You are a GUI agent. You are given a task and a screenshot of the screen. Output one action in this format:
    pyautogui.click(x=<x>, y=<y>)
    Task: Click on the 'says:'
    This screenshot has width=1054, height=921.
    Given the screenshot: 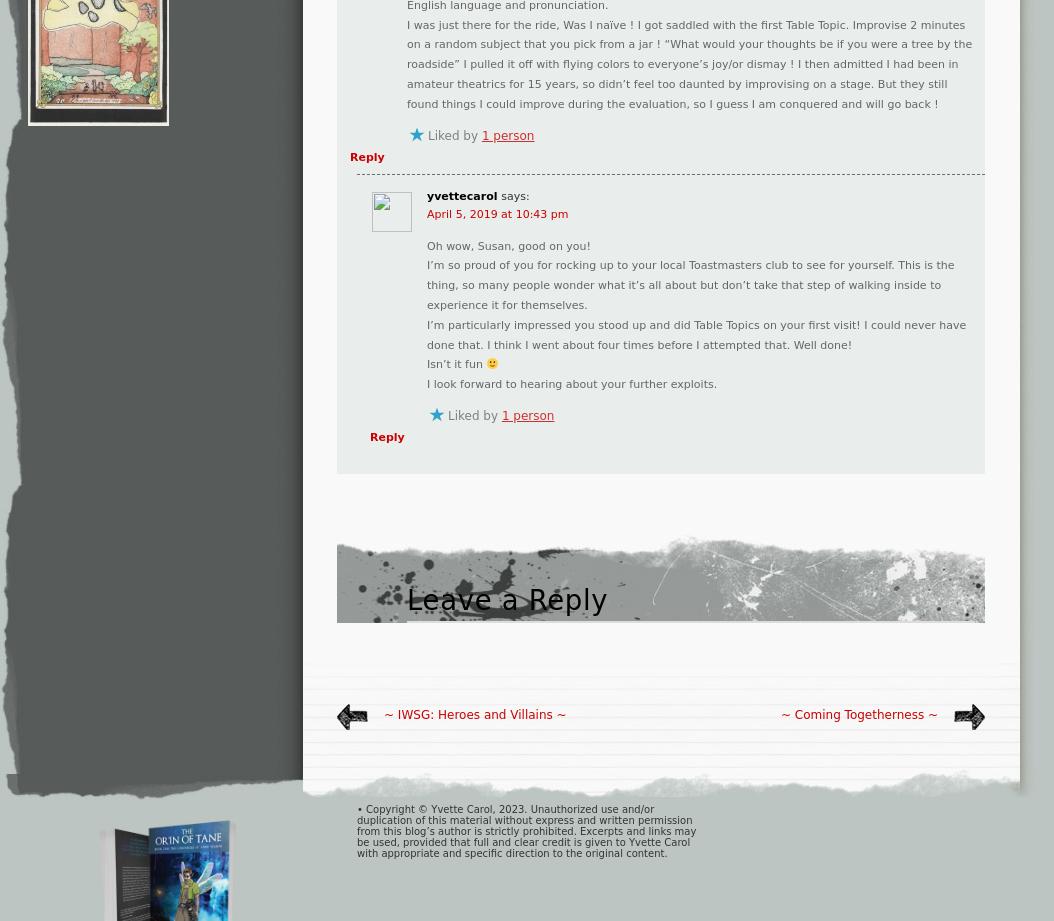 What is the action you would take?
    pyautogui.click(x=513, y=194)
    